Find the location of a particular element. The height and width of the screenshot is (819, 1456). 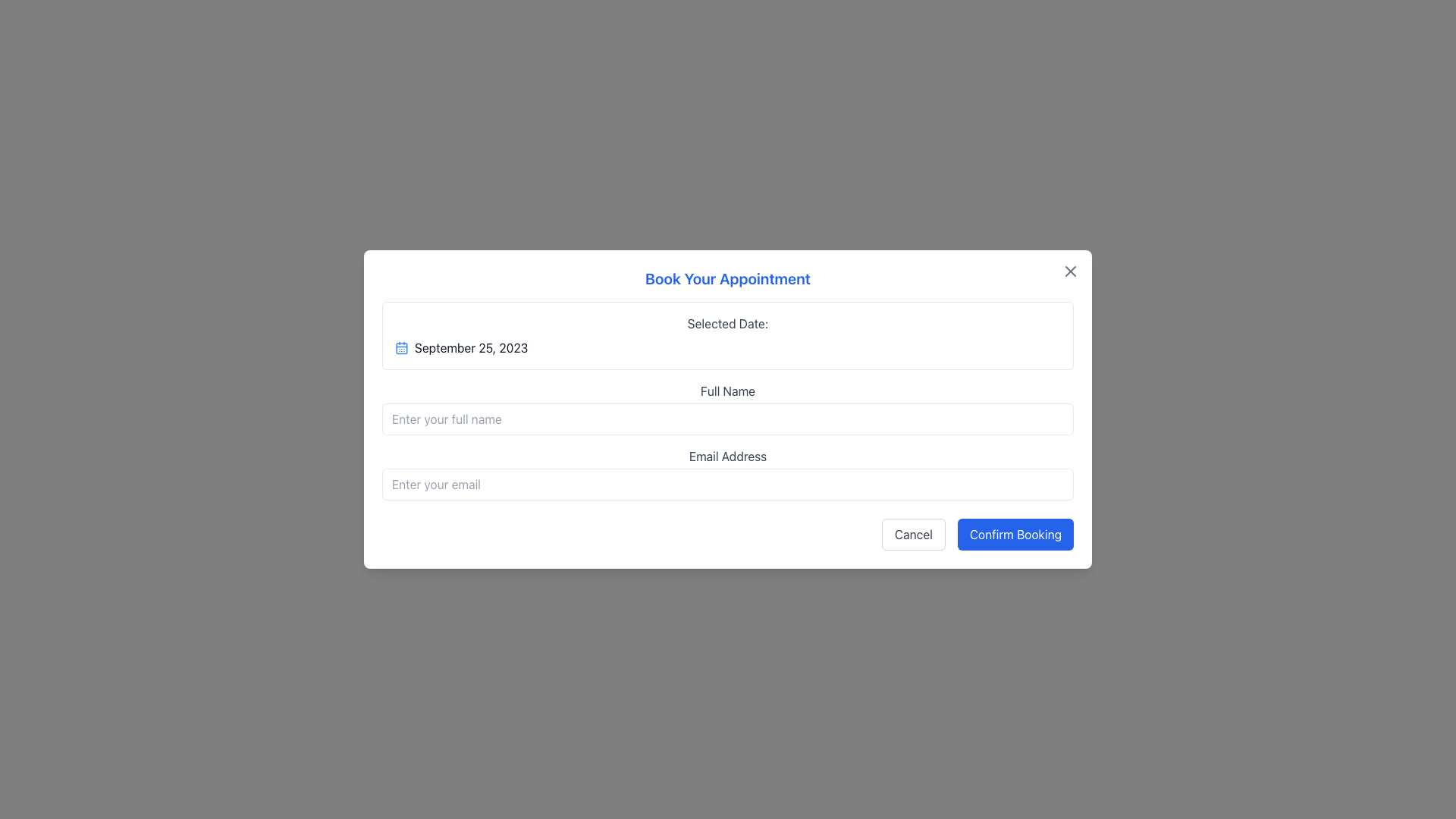

the 'Full Name' text input field in the 'Book Your Appointment' form by tabbing to it is located at coordinates (728, 419).